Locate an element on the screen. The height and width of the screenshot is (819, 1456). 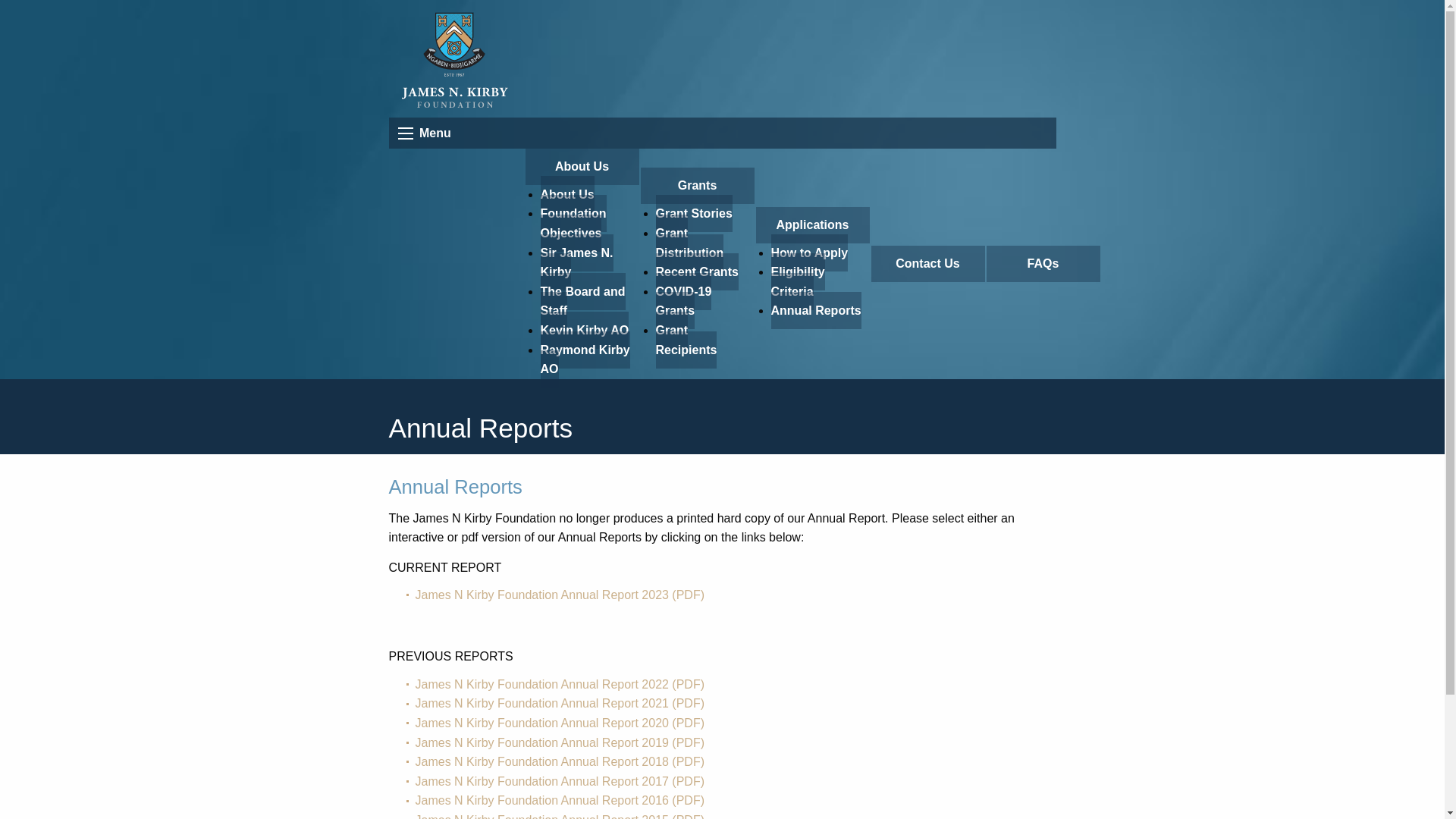
'How to Apply' is located at coordinates (808, 252).